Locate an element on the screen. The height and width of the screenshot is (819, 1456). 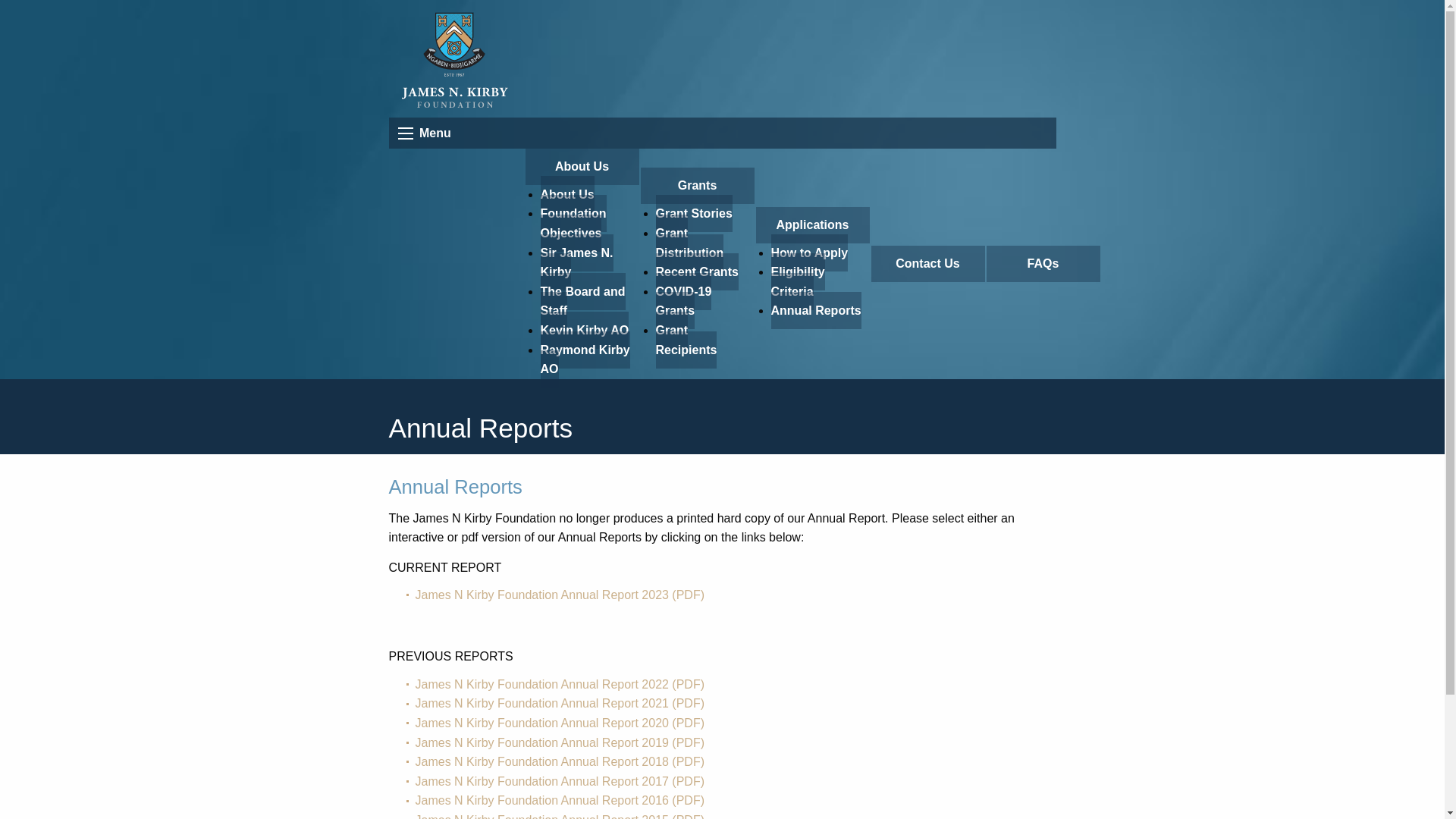
'How to Apply' is located at coordinates (808, 252).